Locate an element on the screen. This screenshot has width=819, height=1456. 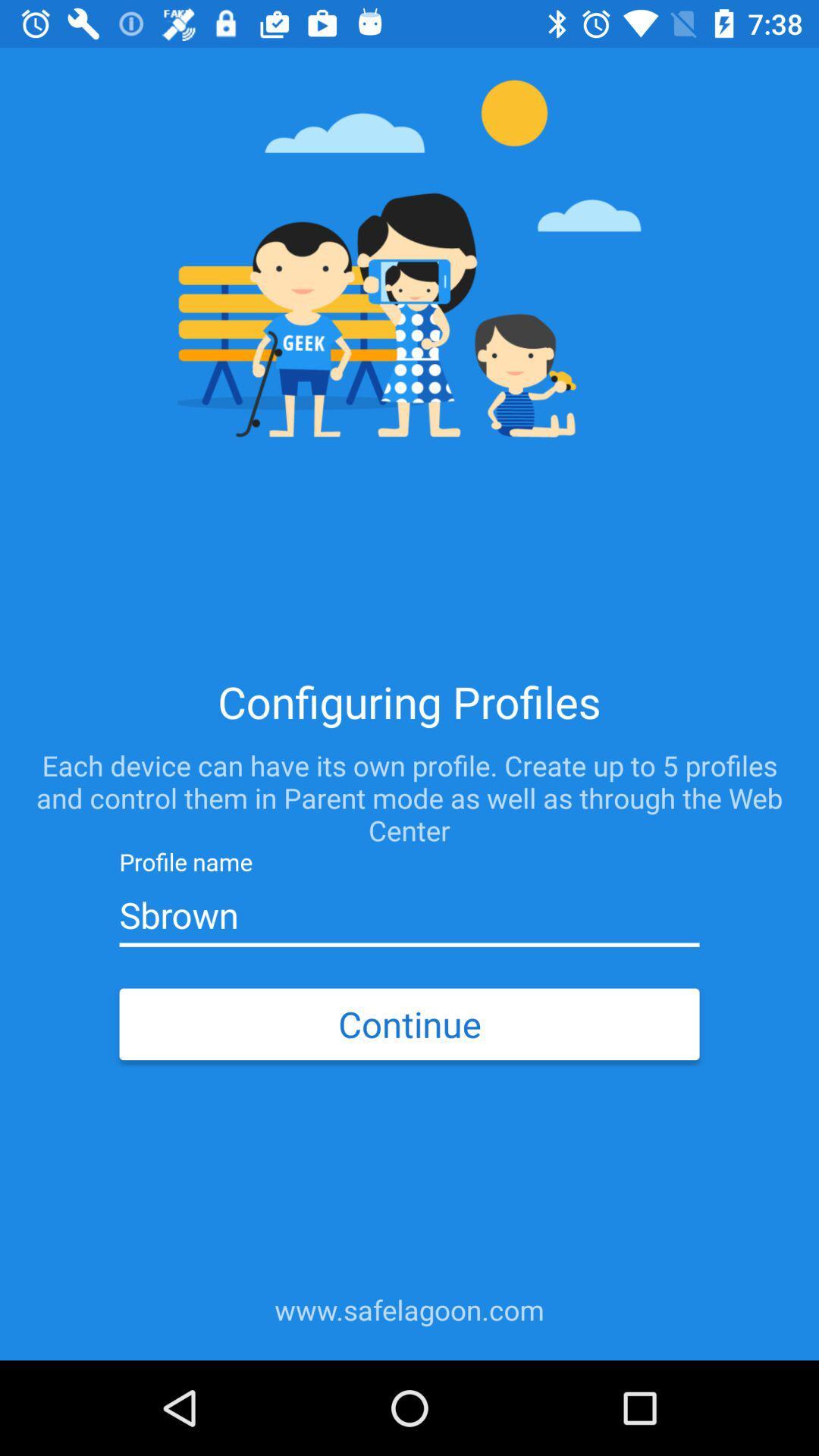
the icon below the sbrown icon is located at coordinates (409, 1024).